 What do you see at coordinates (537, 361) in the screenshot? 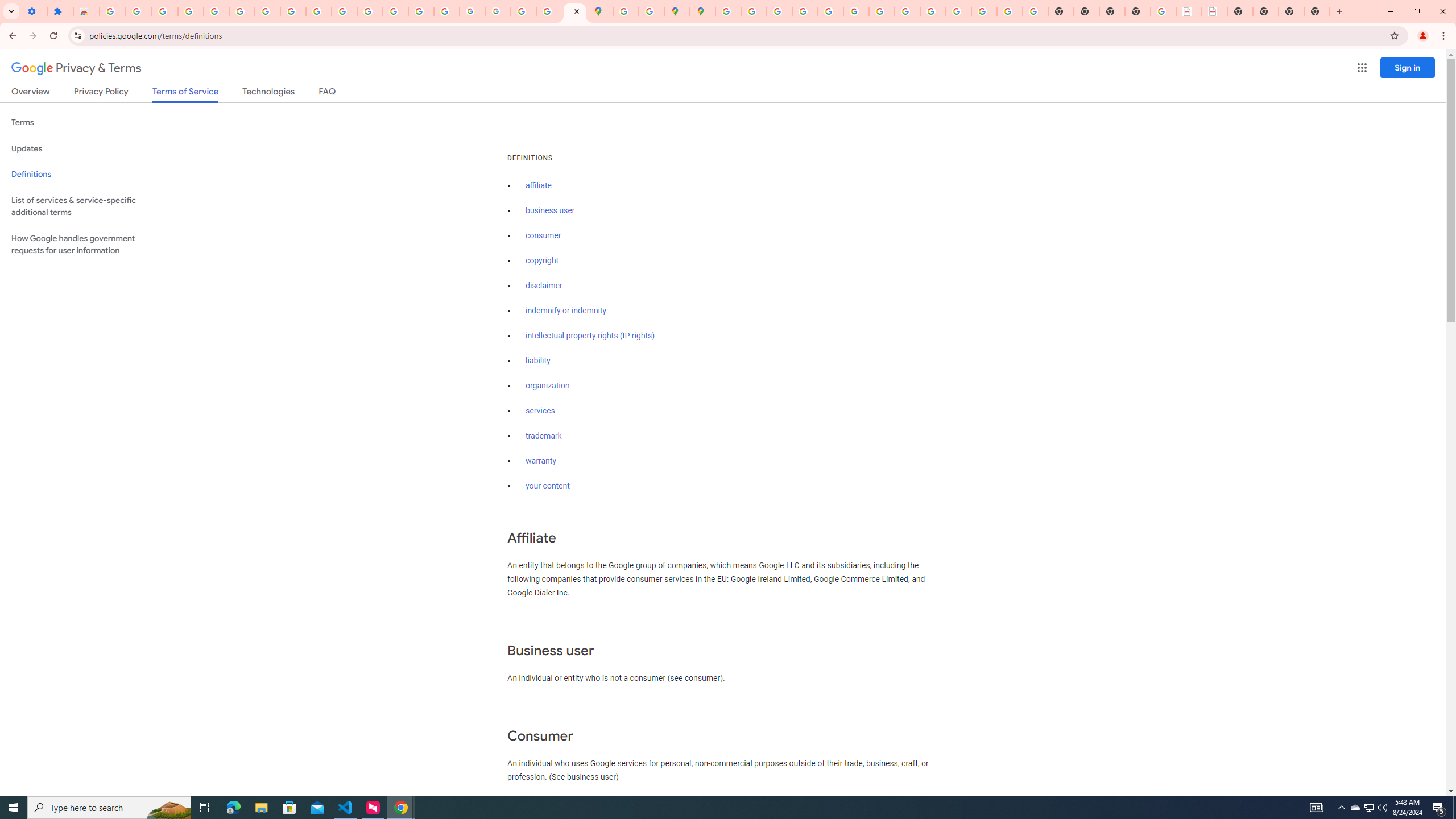
I see `'liability'` at bounding box center [537, 361].